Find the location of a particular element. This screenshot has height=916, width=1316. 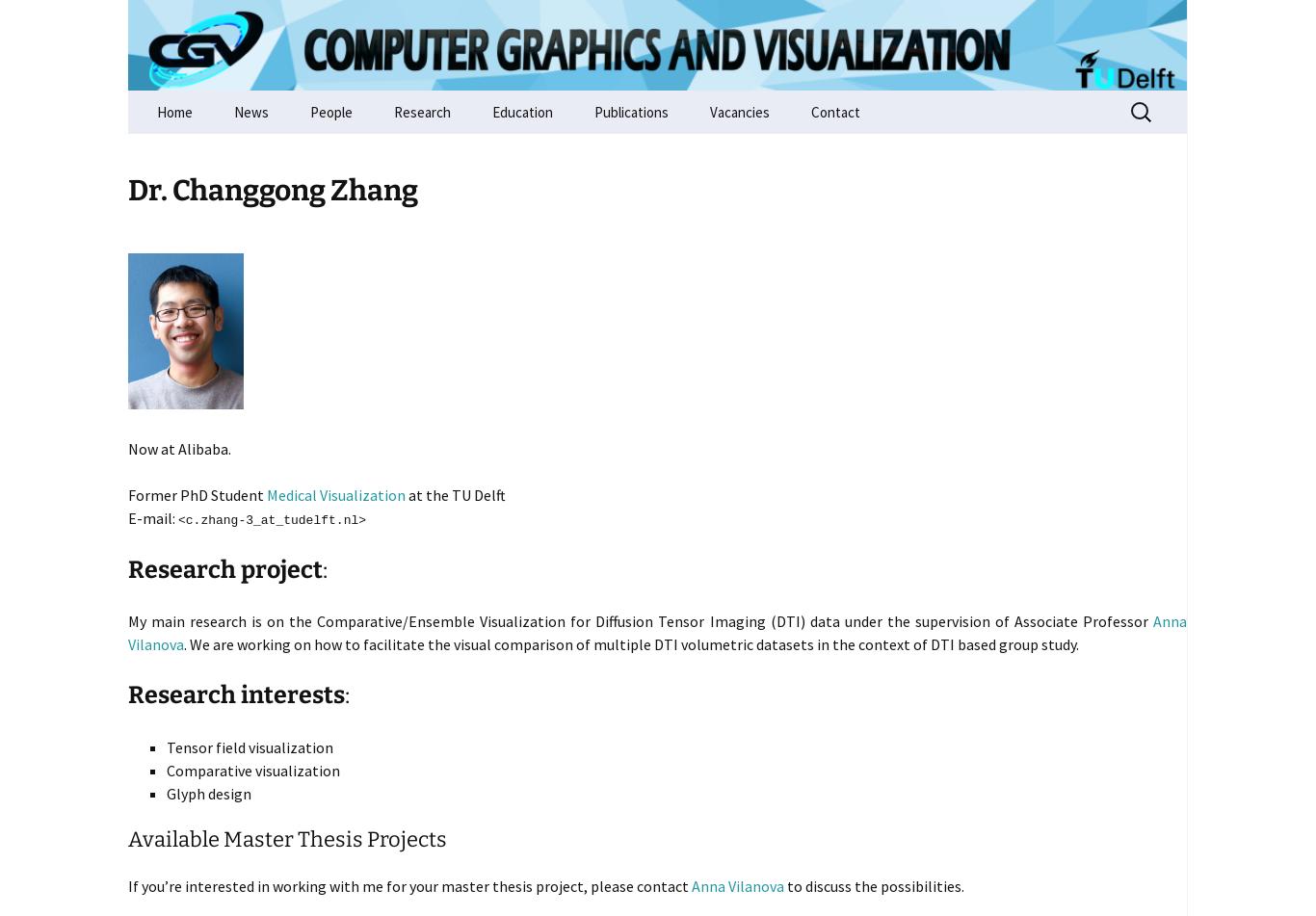

'E-mail:' is located at coordinates (127, 516).